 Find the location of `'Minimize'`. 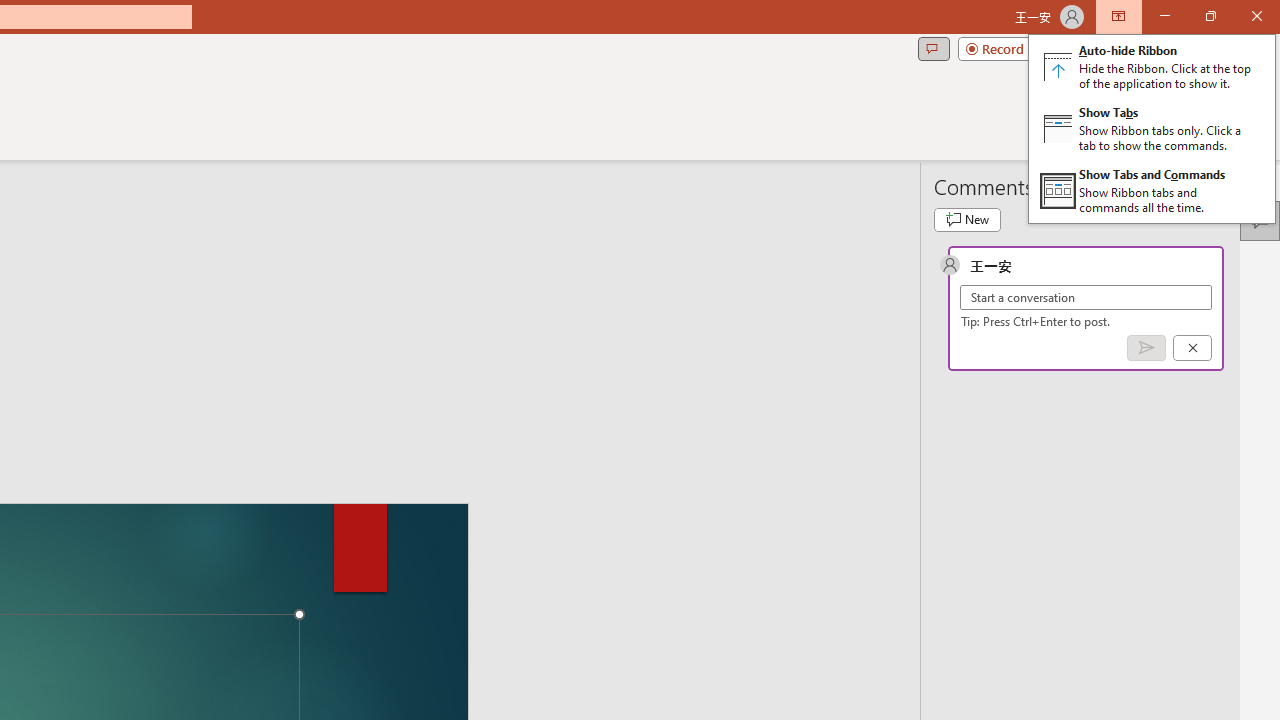

'Minimize' is located at coordinates (1164, 16).